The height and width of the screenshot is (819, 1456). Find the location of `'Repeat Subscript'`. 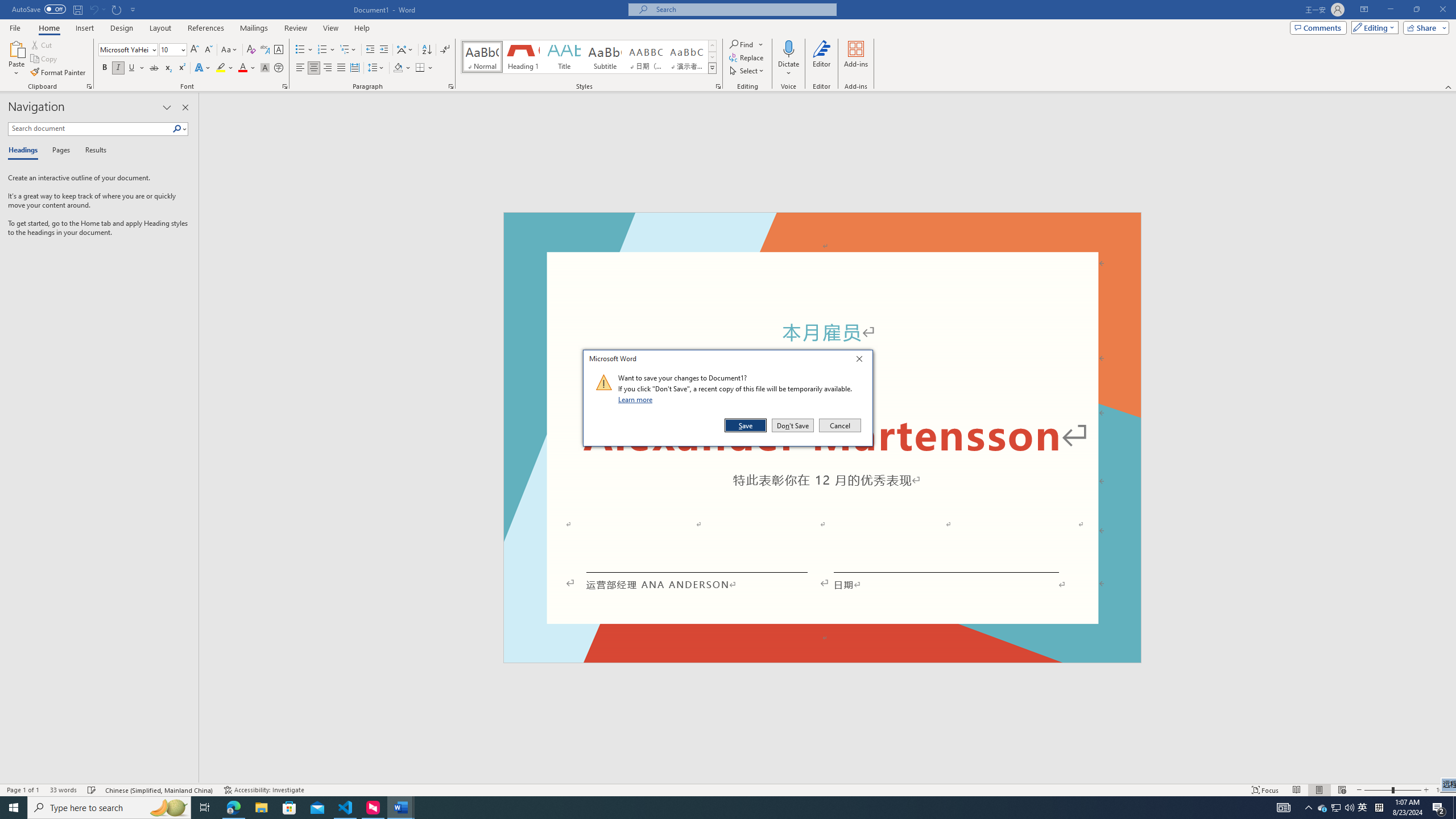

'Repeat Subscript' is located at coordinates (117, 9).